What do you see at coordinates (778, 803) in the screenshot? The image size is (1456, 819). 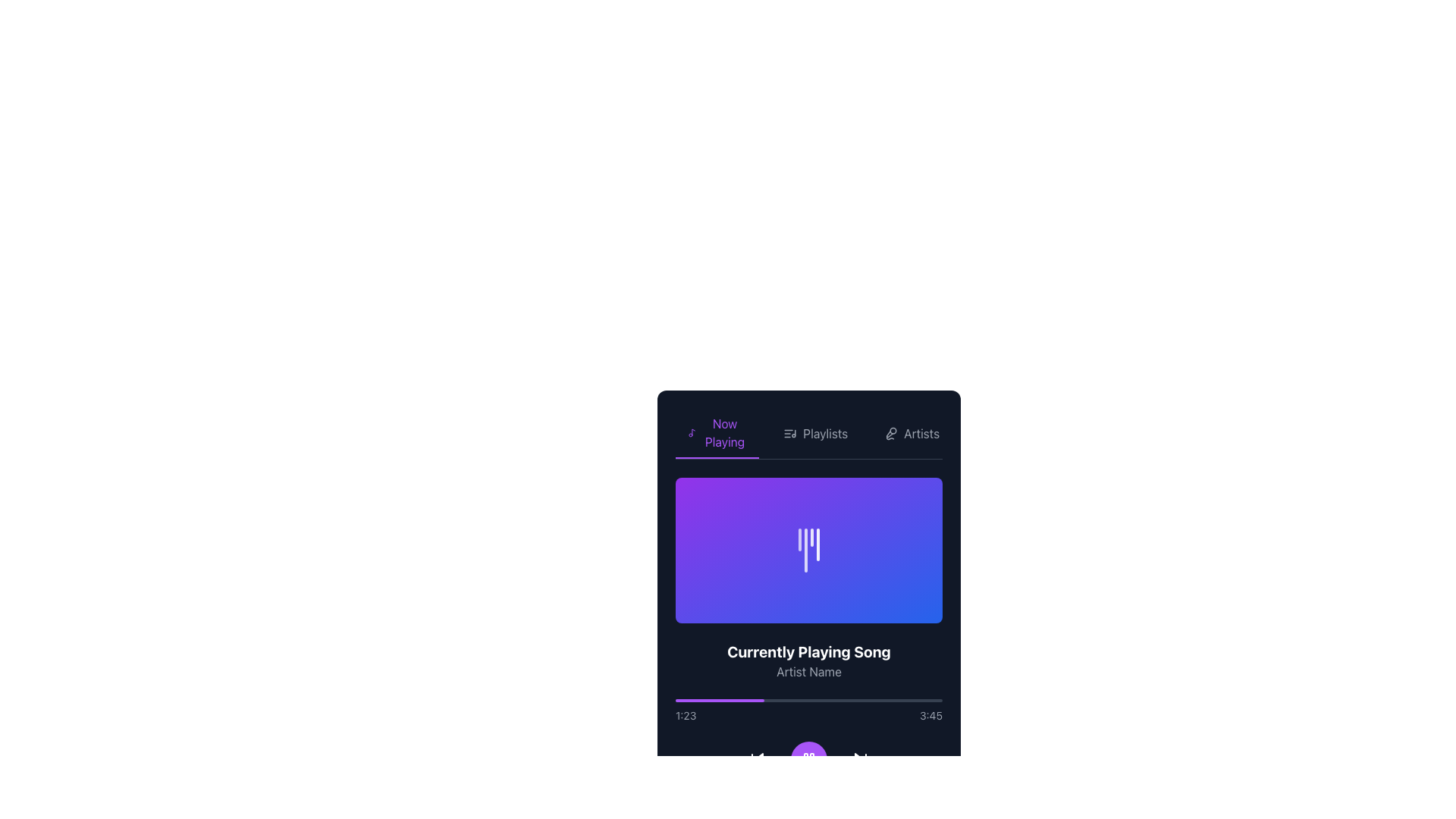 I see `the progress bar indicator located beneath the title 'Currently Playing Song', which visually represents the playback progress of a media track` at bounding box center [778, 803].